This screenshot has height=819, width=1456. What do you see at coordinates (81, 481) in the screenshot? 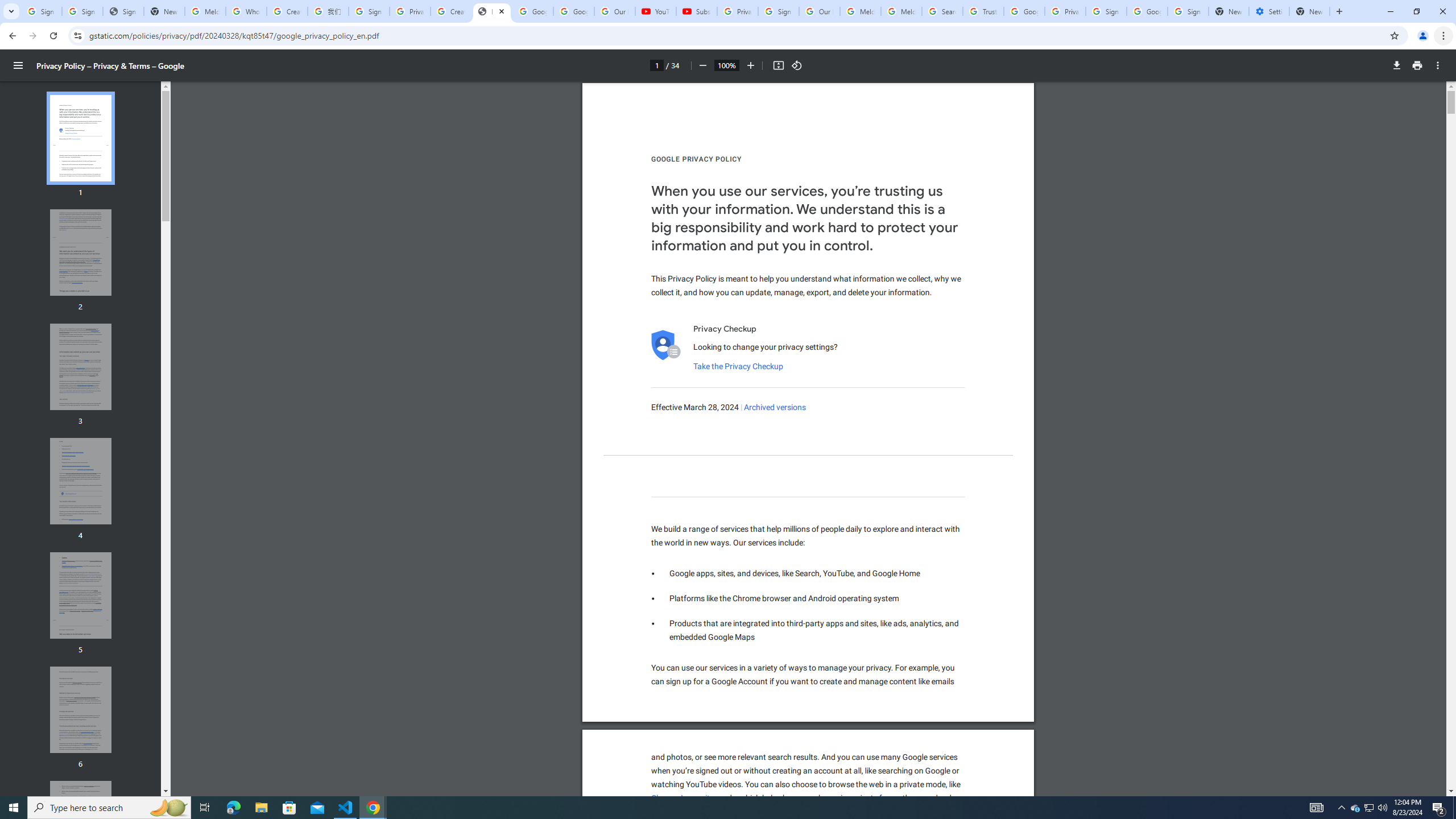
I see `'Thumbnail for page 4'` at bounding box center [81, 481].